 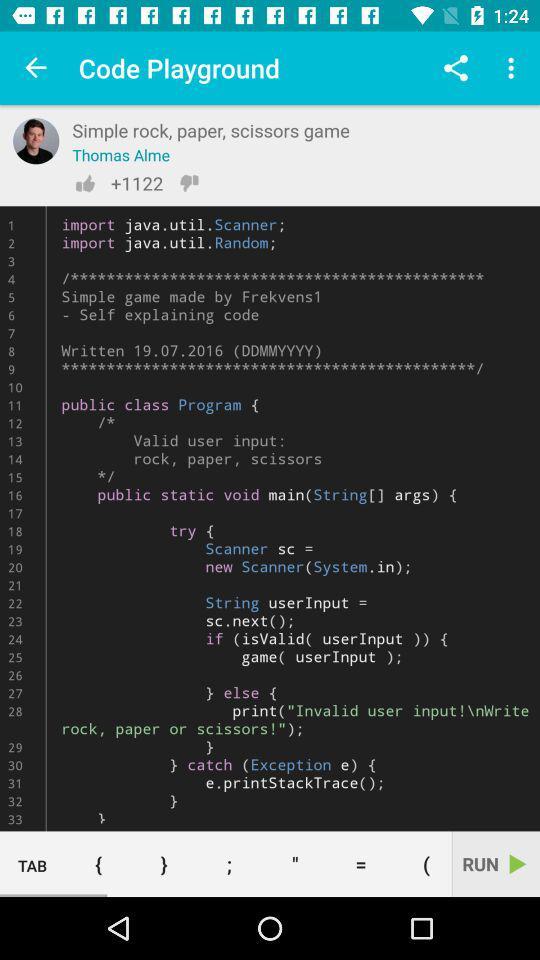 What do you see at coordinates (36, 140) in the screenshot?
I see `authors profile photo` at bounding box center [36, 140].